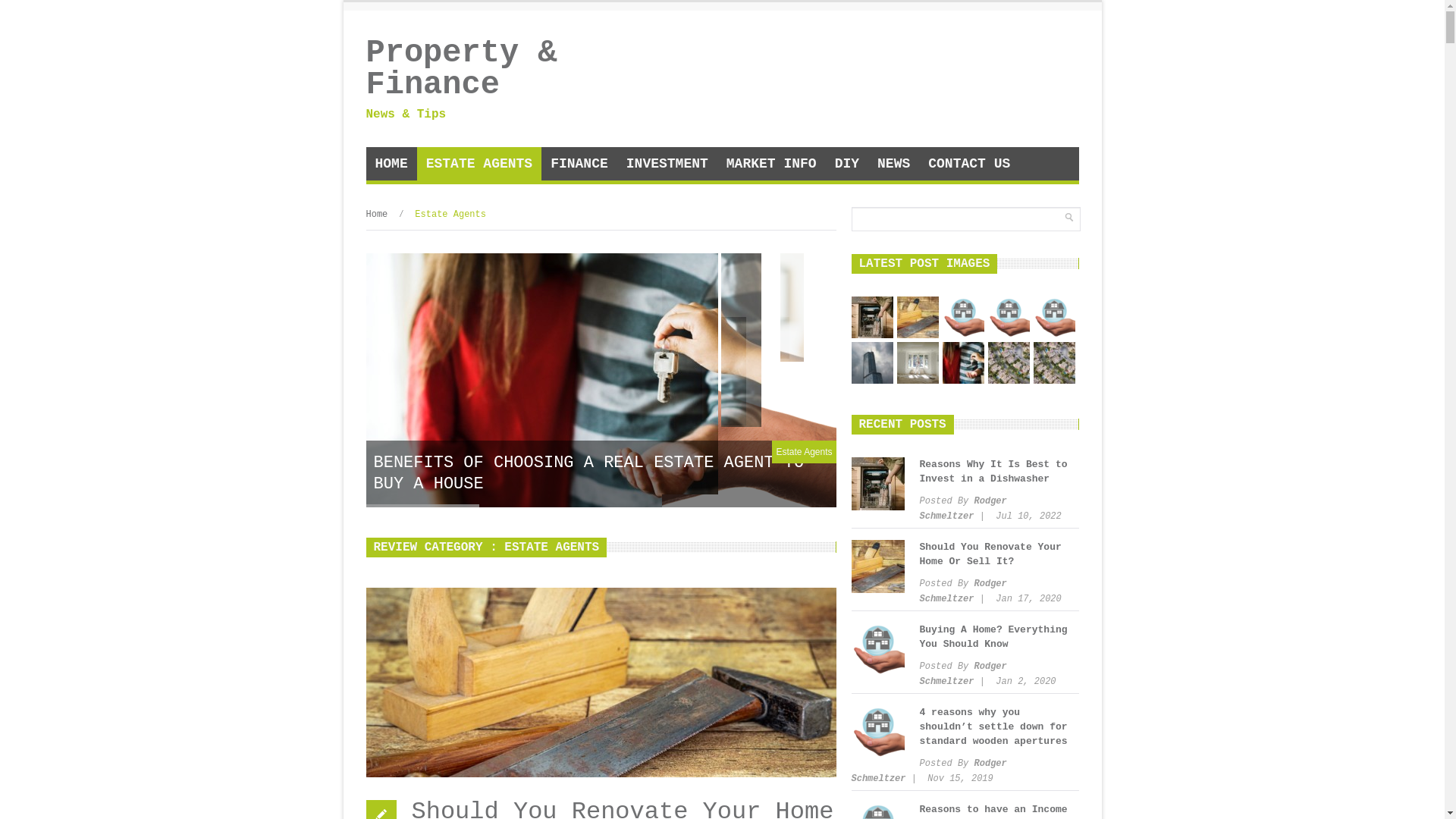  Describe the element at coordinates (578, 164) in the screenshot. I see `'FINANCE'` at that location.